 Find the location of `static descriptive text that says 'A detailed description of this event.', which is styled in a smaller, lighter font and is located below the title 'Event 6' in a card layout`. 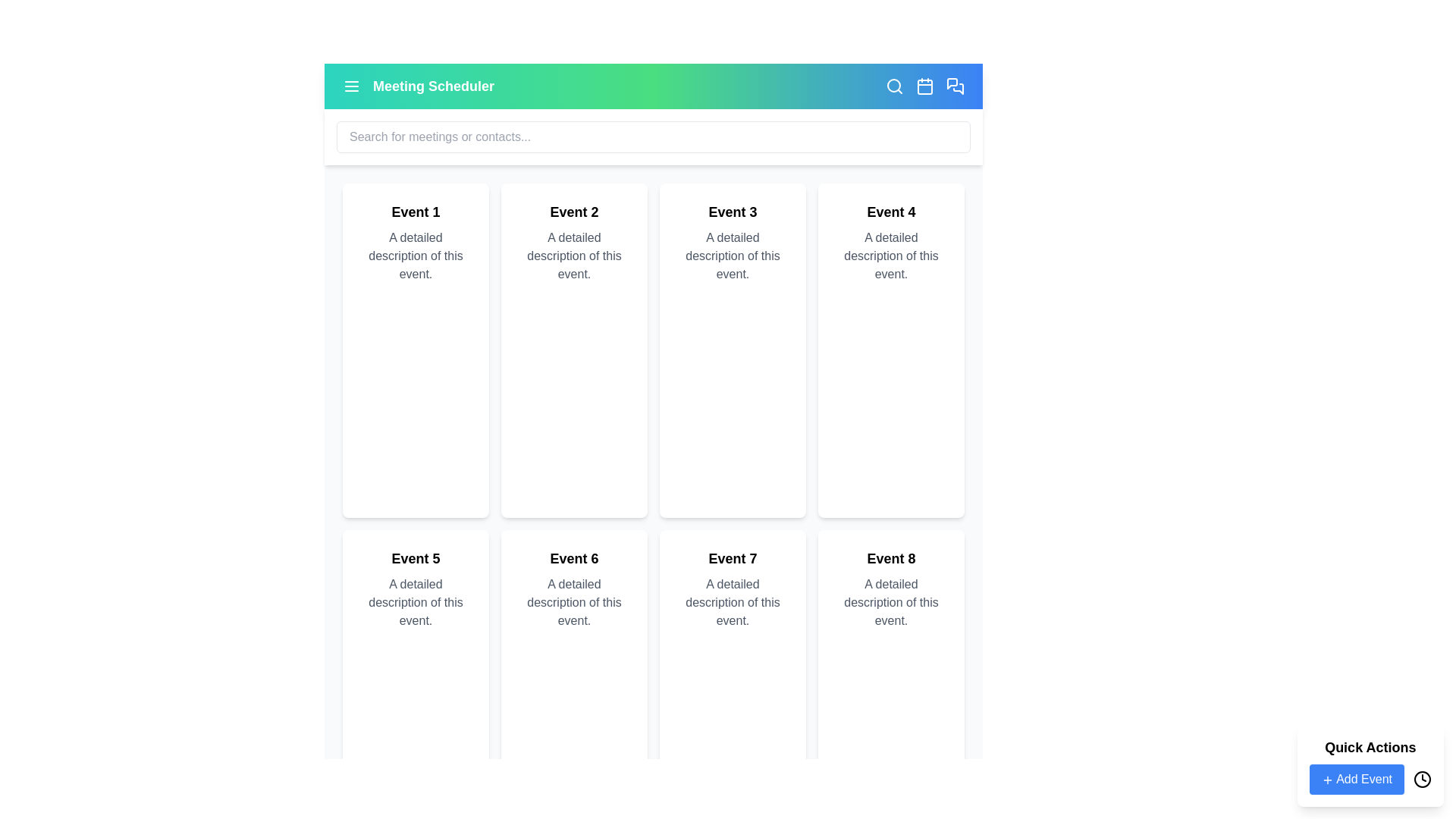

static descriptive text that says 'A detailed description of this event.', which is styled in a smaller, lighter font and is located below the title 'Event 6' in a card layout is located at coordinates (573, 601).